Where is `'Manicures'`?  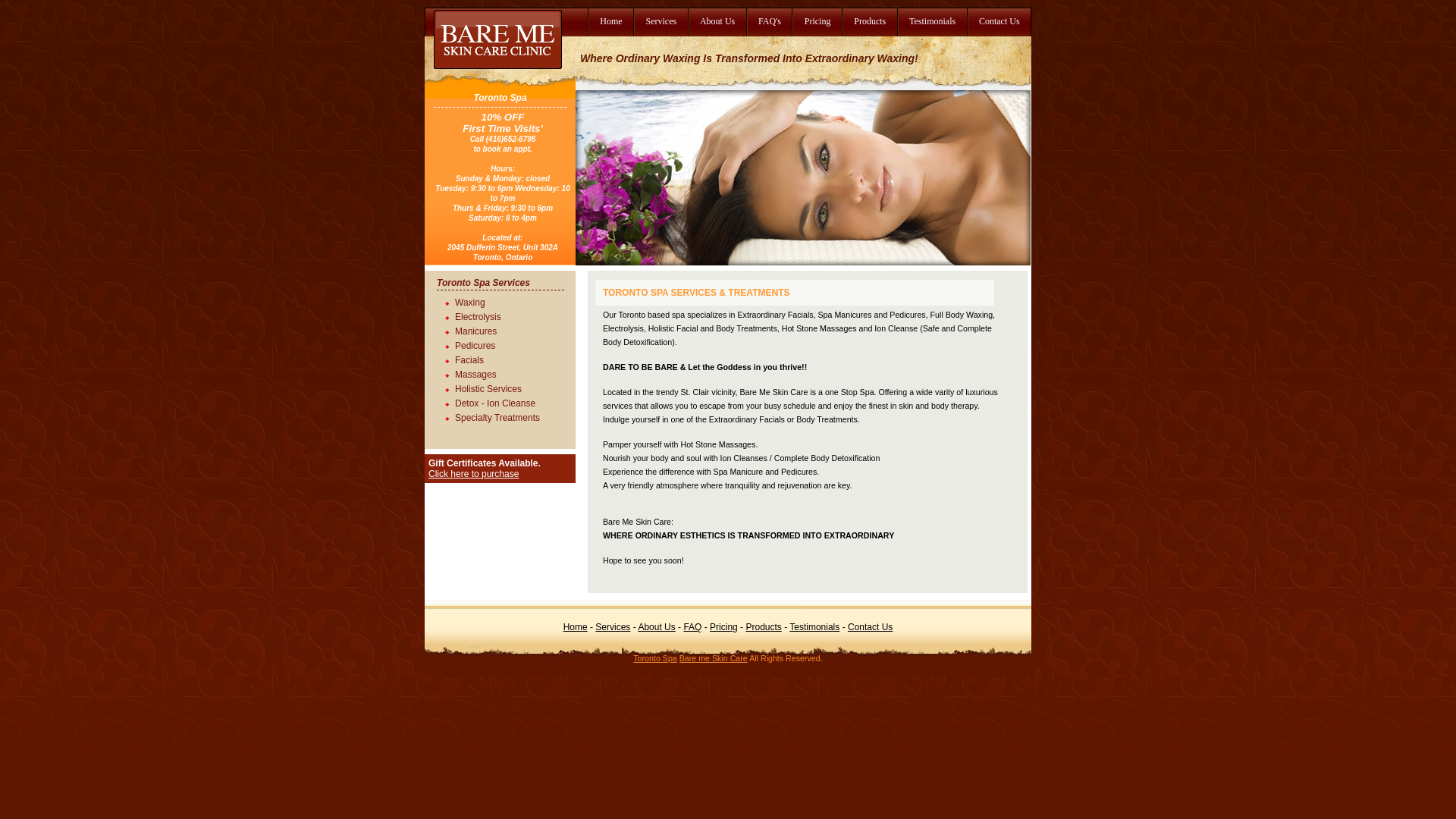
'Manicures' is located at coordinates (512, 328).